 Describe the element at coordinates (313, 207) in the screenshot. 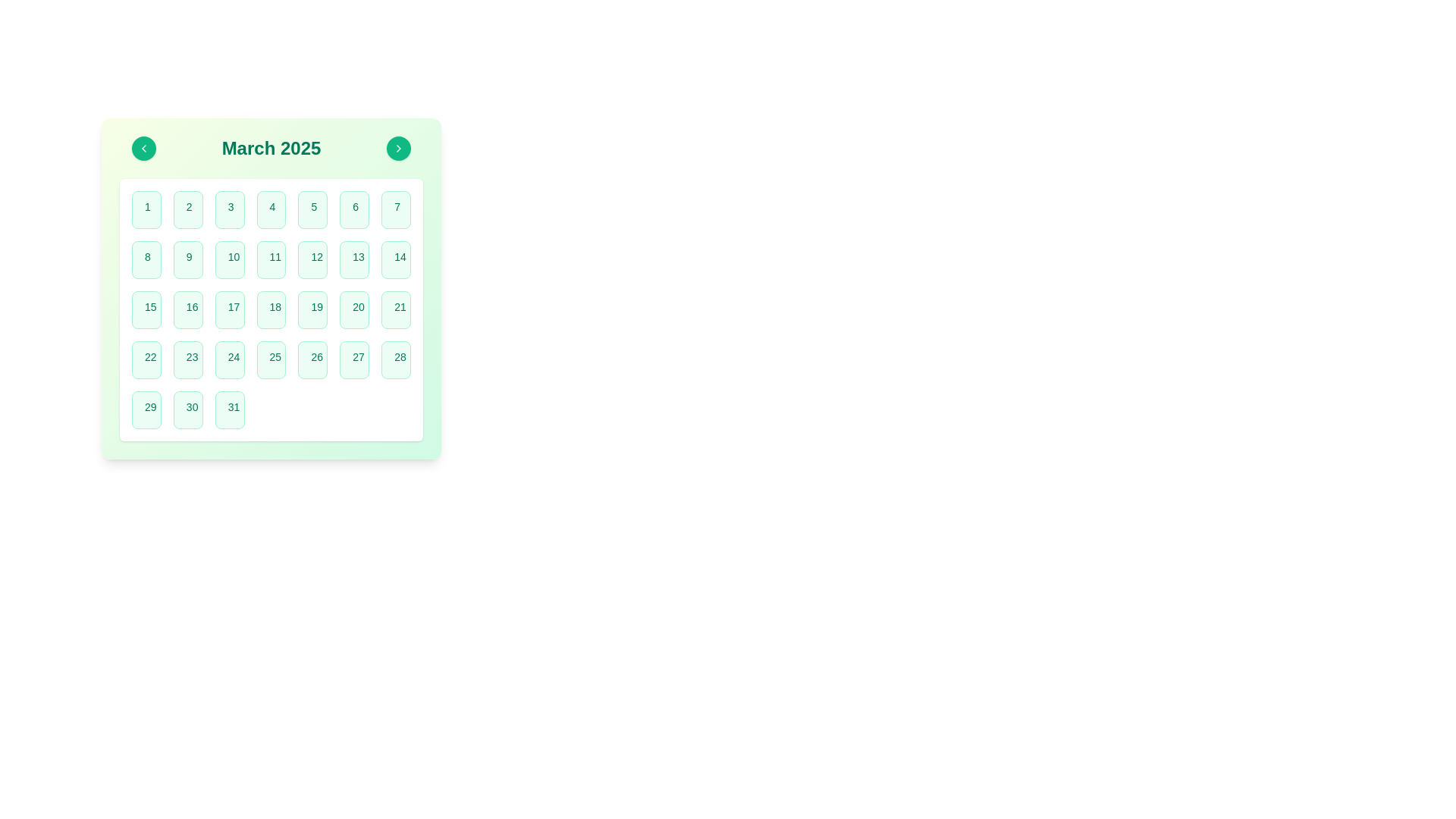

I see `the static text element representing the calendar date March 5, 2025, which is visually indicated within a green-bordered rounded rectangle` at that location.